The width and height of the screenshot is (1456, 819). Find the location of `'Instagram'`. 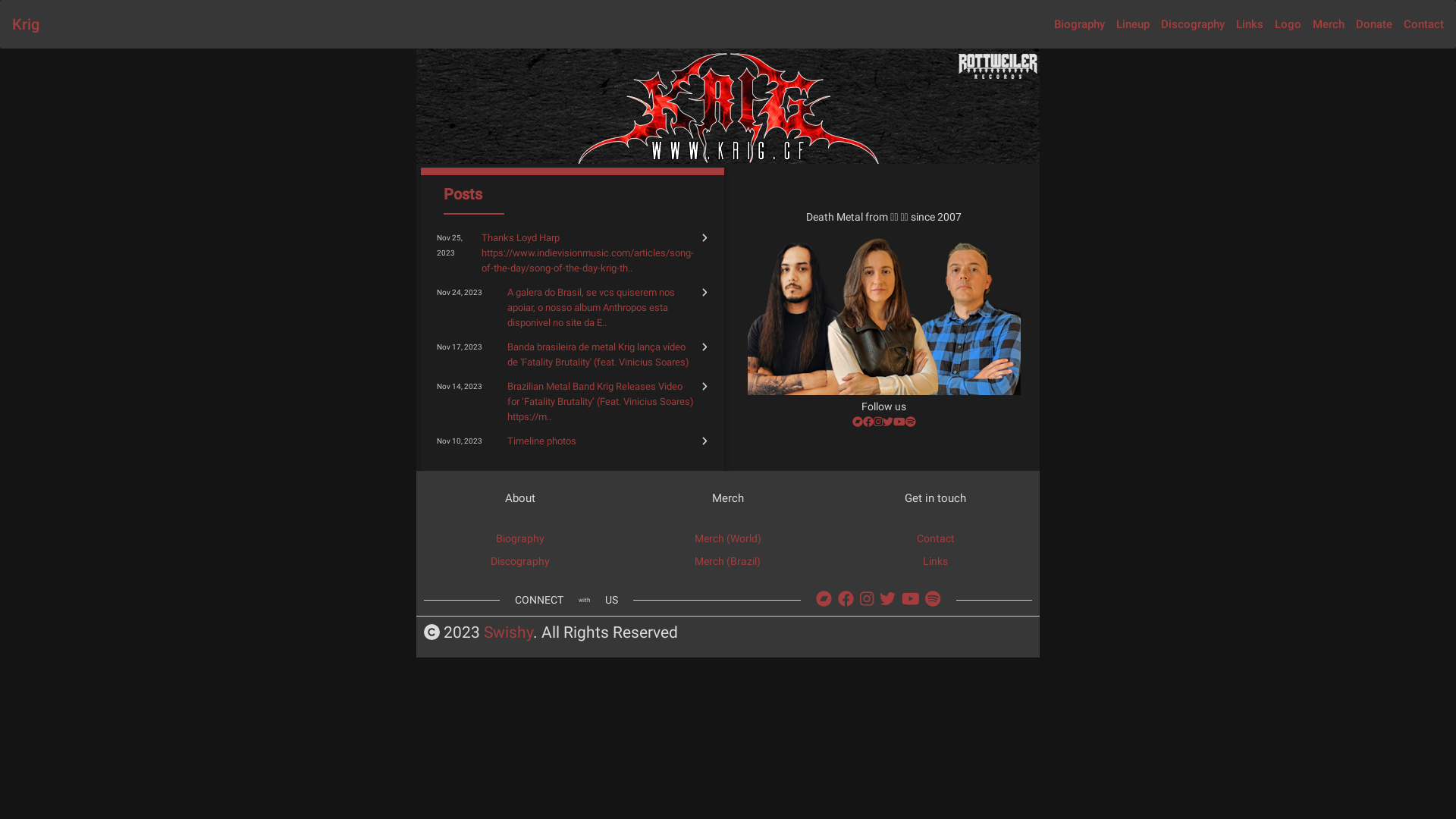

'Instagram' is located at coordinates (859, 598).